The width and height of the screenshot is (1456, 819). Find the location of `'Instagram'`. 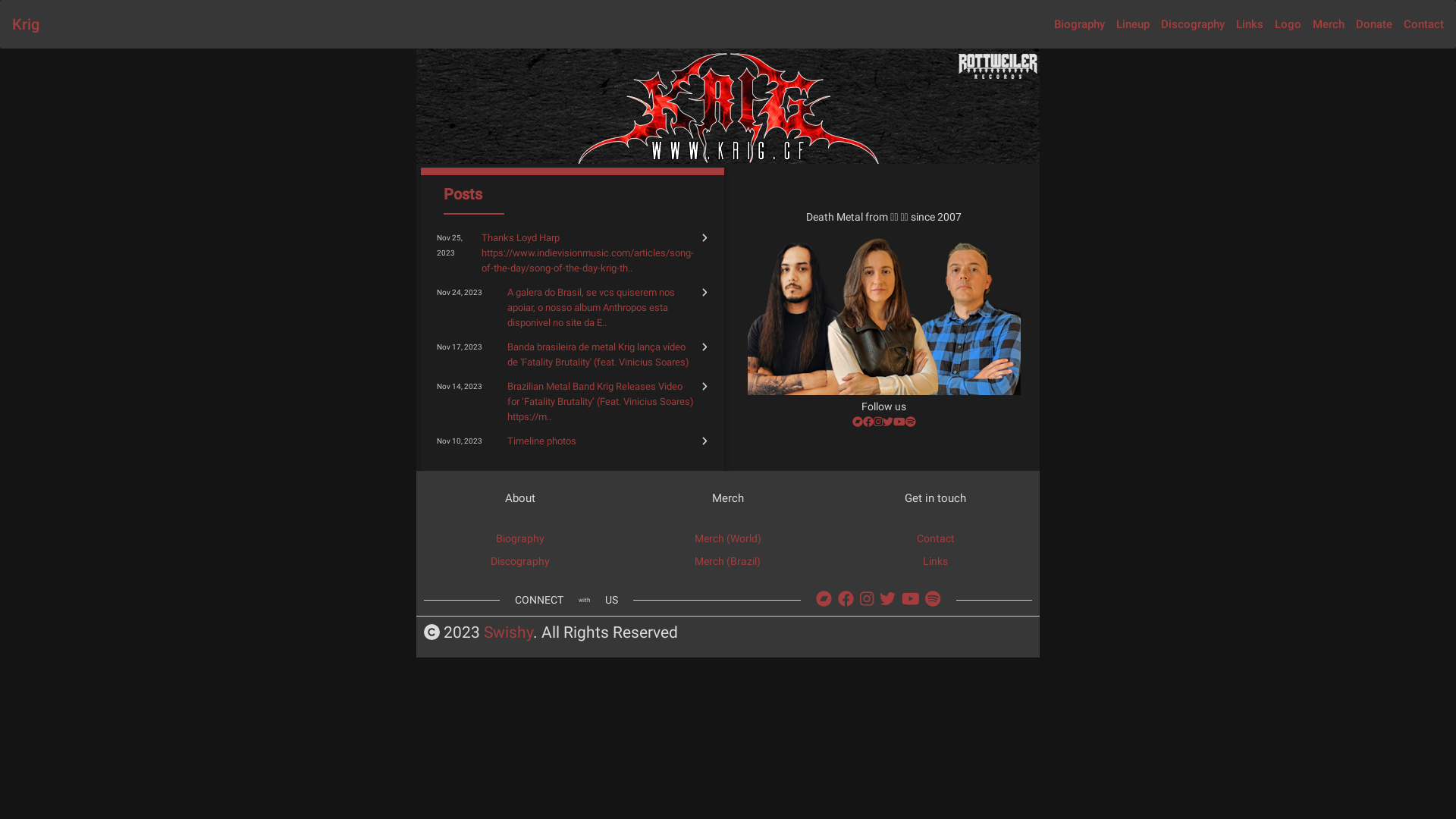

'Instagram' is located at coordinates (859, 598).